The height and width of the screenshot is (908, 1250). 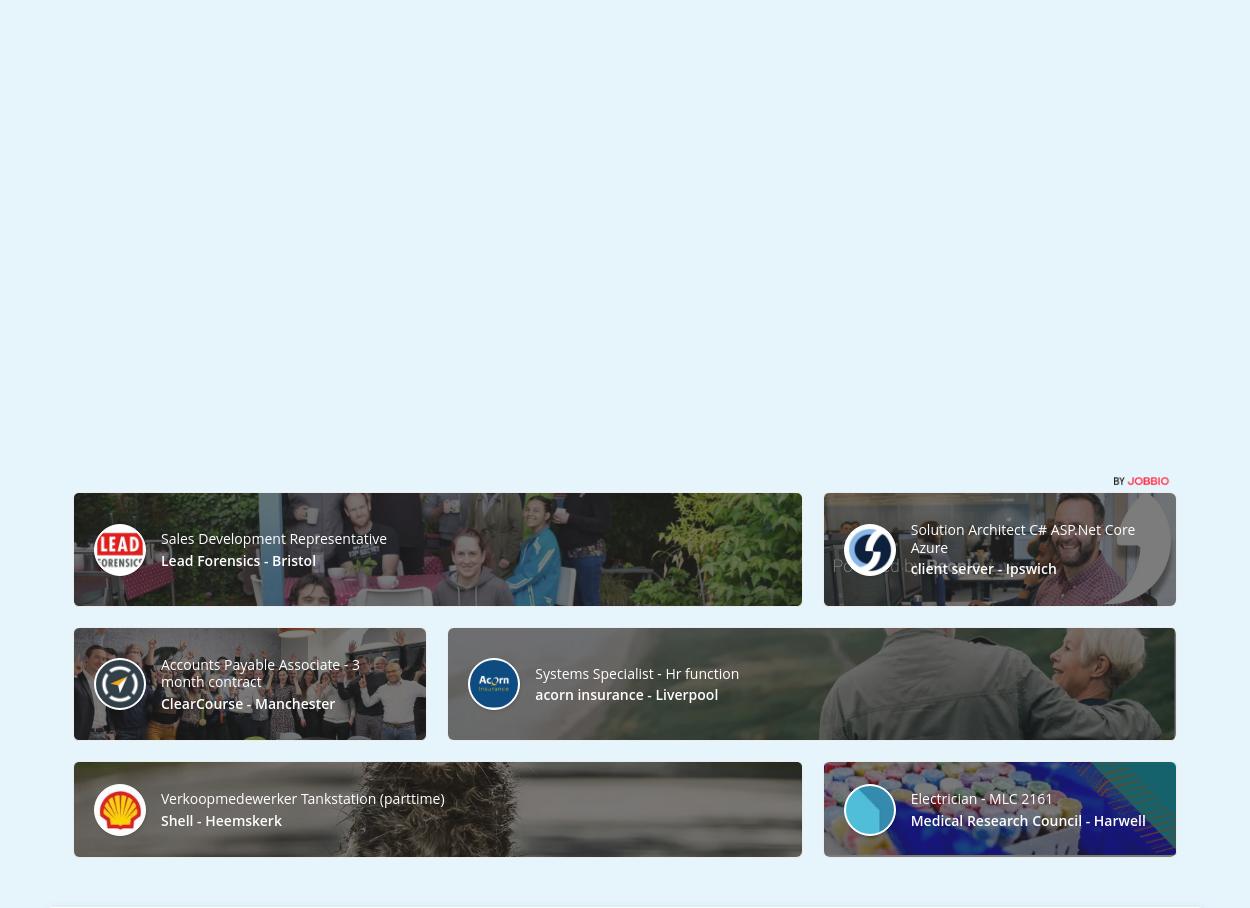 What do you see at coordinates (1022, 536) in the screenshot?
I see `'Solution Architect C# ASP.Net Core Azure'` at bounding box center [1022, 536].